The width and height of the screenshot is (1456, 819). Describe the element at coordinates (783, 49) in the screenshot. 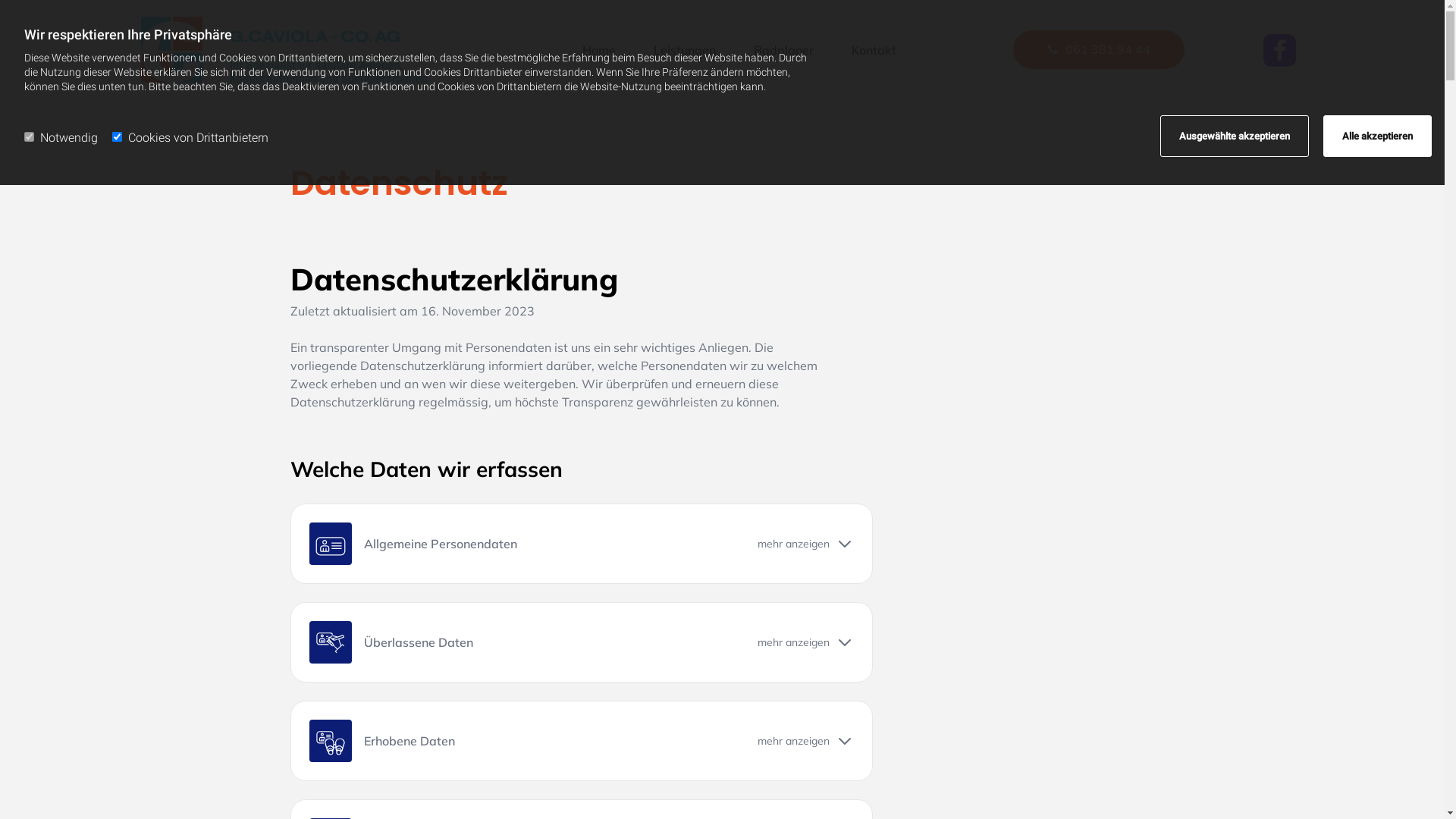

I see `'Badplaner'` at that location.